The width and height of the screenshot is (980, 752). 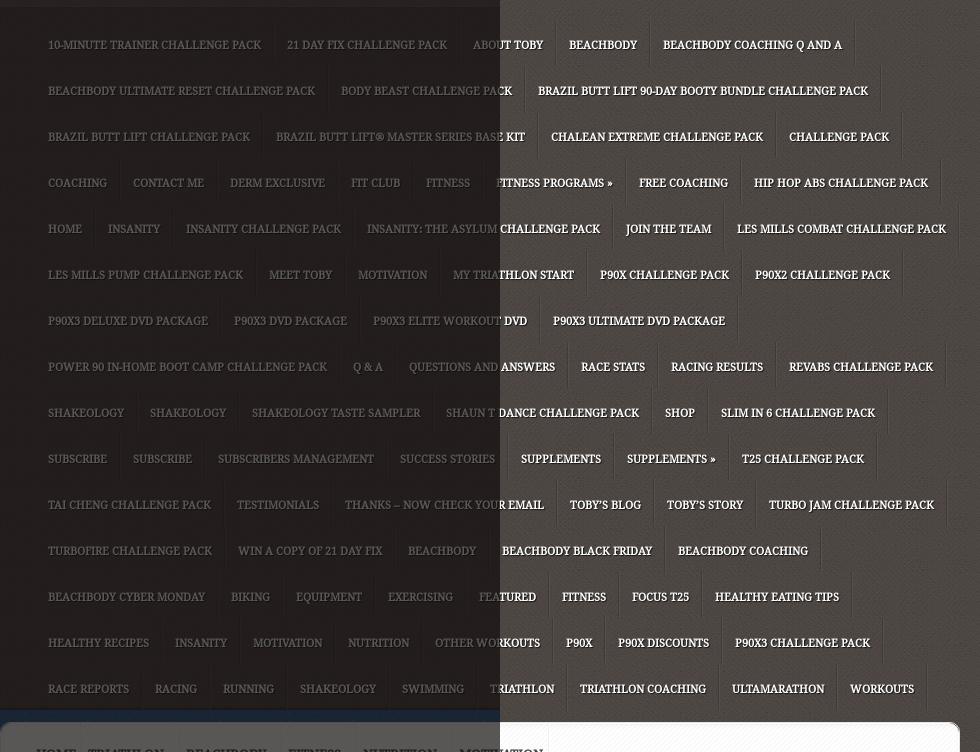 What do you see at coordinates (803, 459) in the screenshot?
I see `'T25 Challenge Pack'` at bounding box center [803, 459].